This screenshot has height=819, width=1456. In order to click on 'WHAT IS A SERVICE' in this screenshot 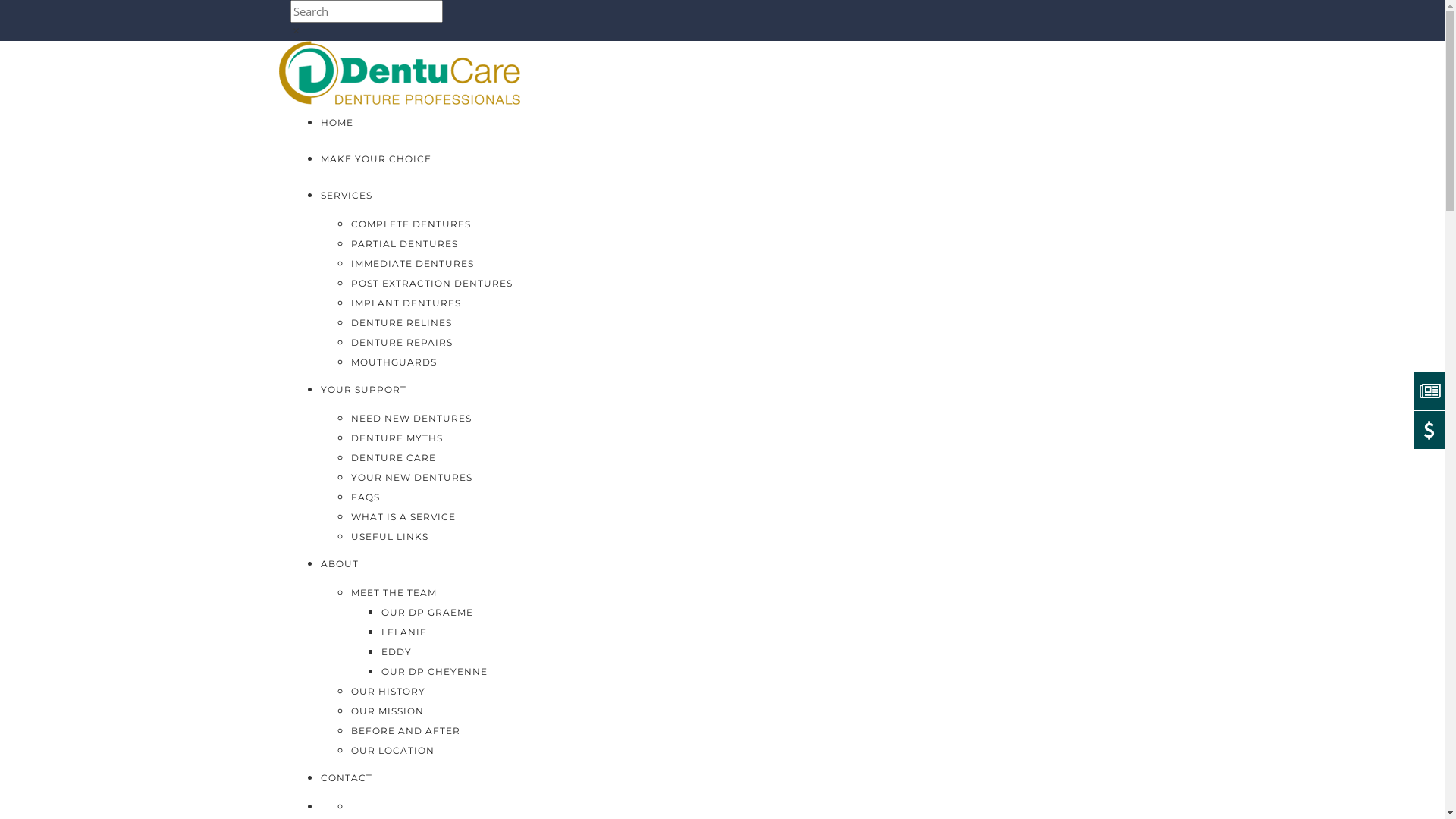, I will do `click(349, 516)`.